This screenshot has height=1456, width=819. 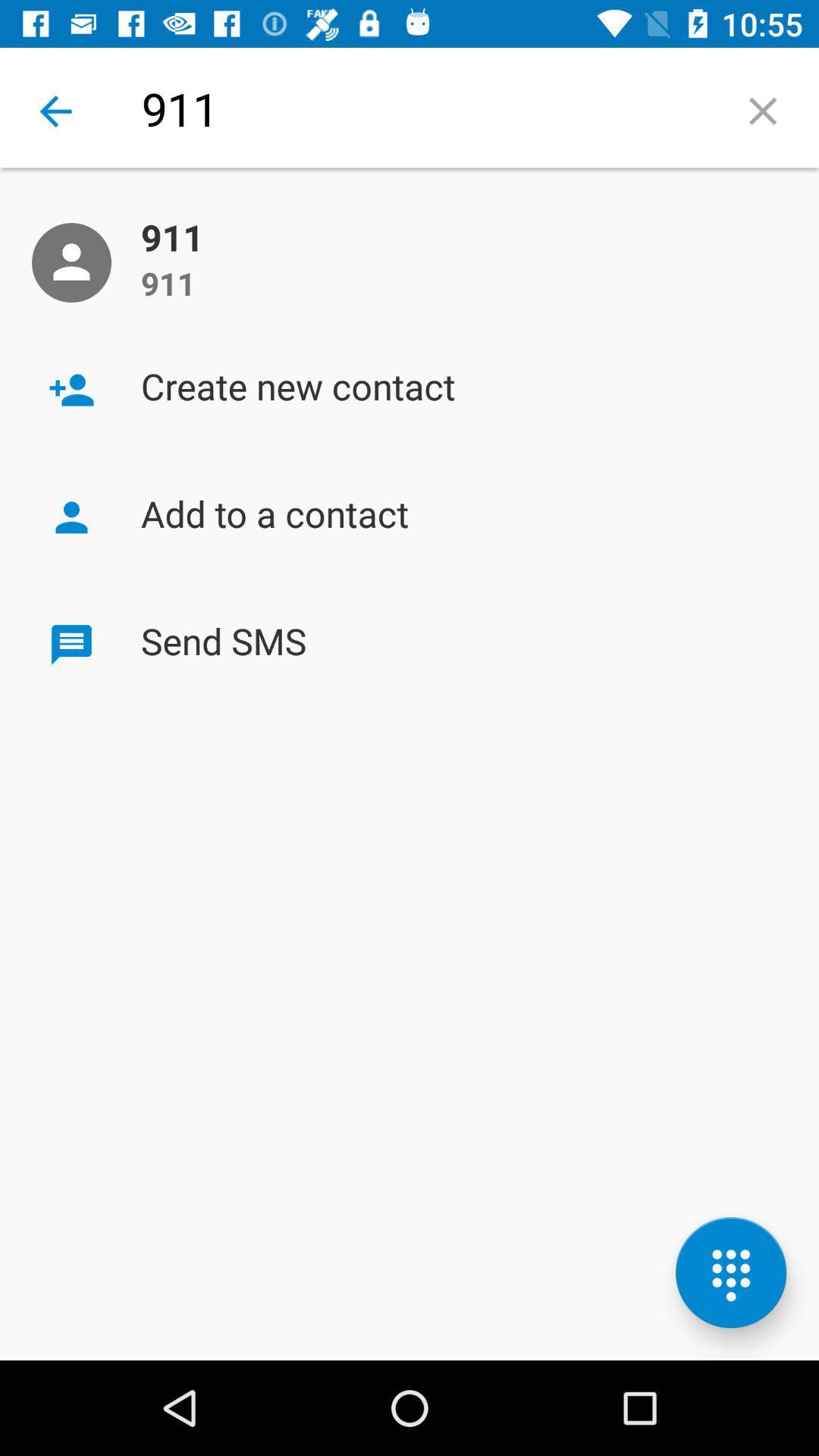 What do you see at coordinates (730, 1272) in the screenshot?
I see `the dialpad icon` at bounding box center [730, 1272].